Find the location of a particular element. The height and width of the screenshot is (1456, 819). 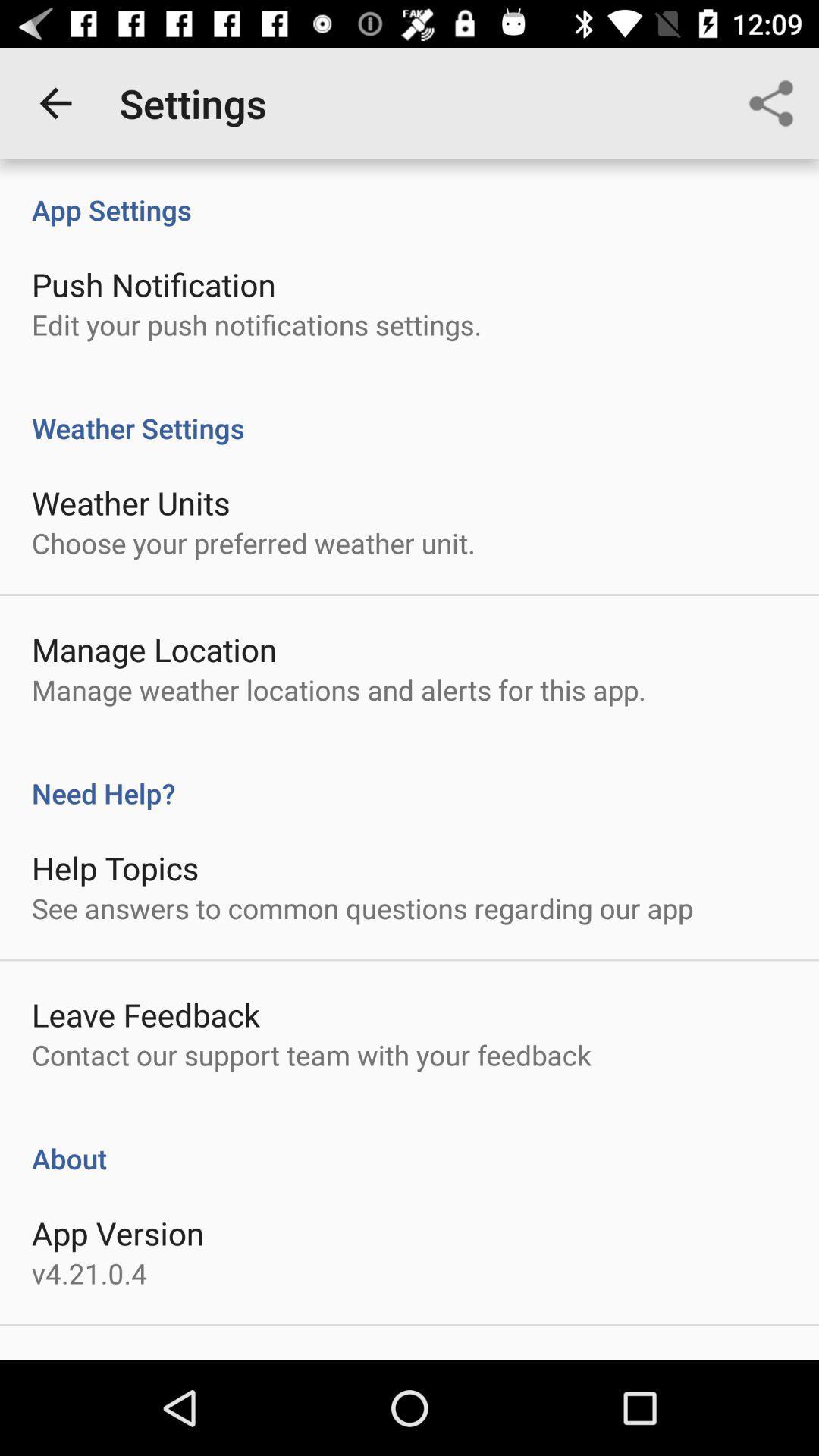

see answers to item is located at coordinates (362, 908).